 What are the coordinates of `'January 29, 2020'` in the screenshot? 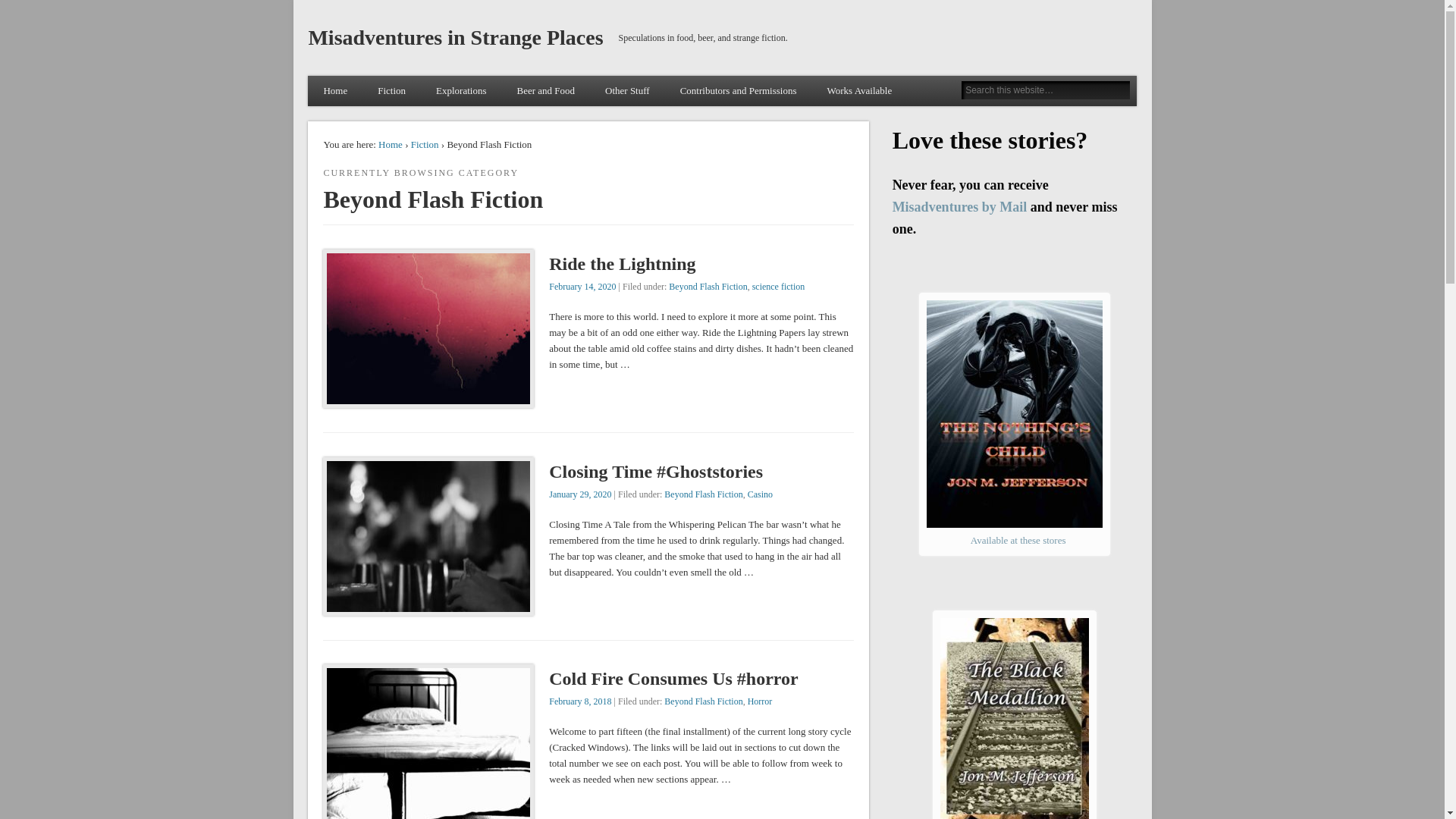 It's located at (579, 494).